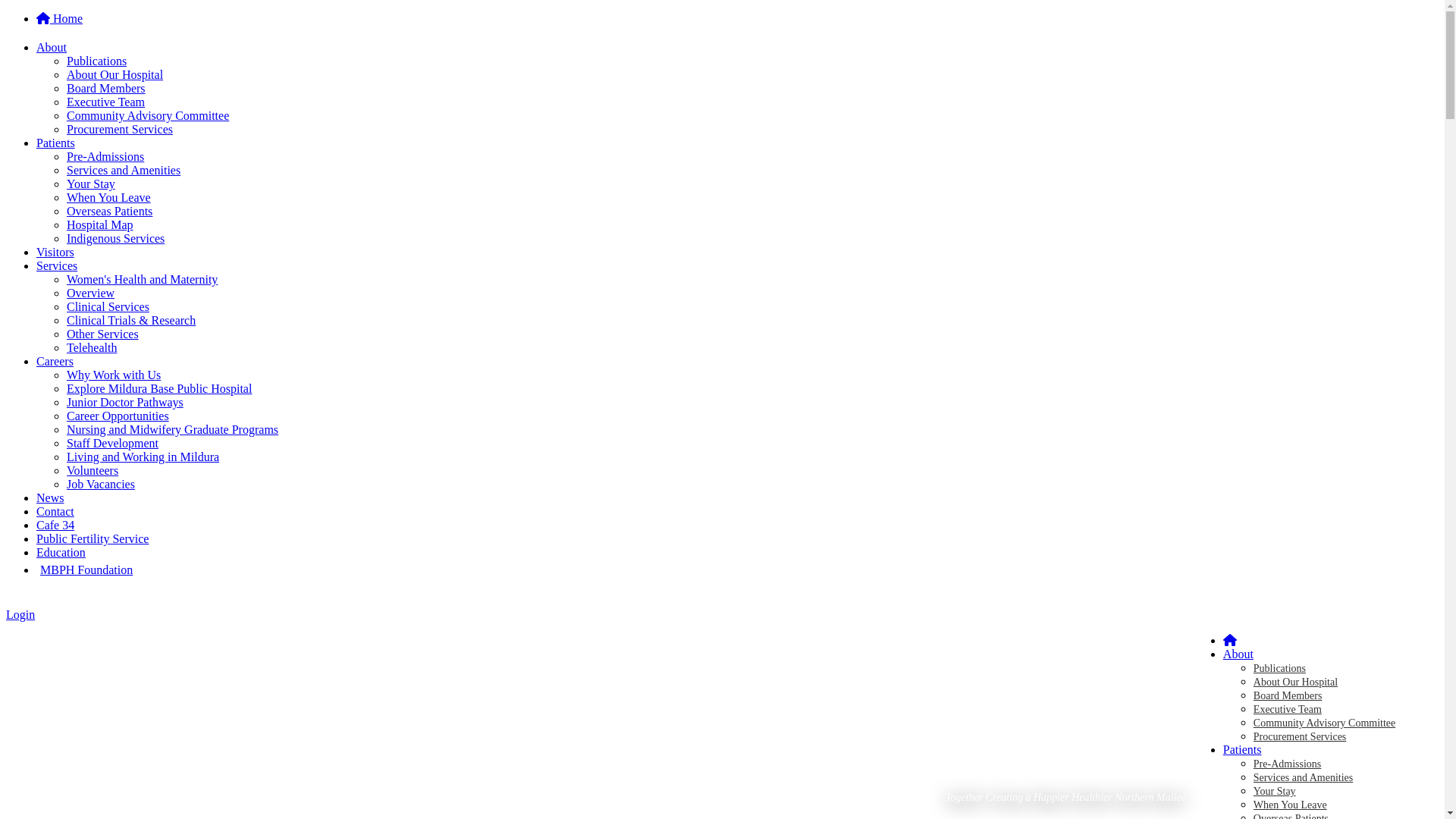 This screenshot has height=819, width=1456. Describe the element at coordinates (55, 143) in the screenshot. I see `'Patients'` at that location.